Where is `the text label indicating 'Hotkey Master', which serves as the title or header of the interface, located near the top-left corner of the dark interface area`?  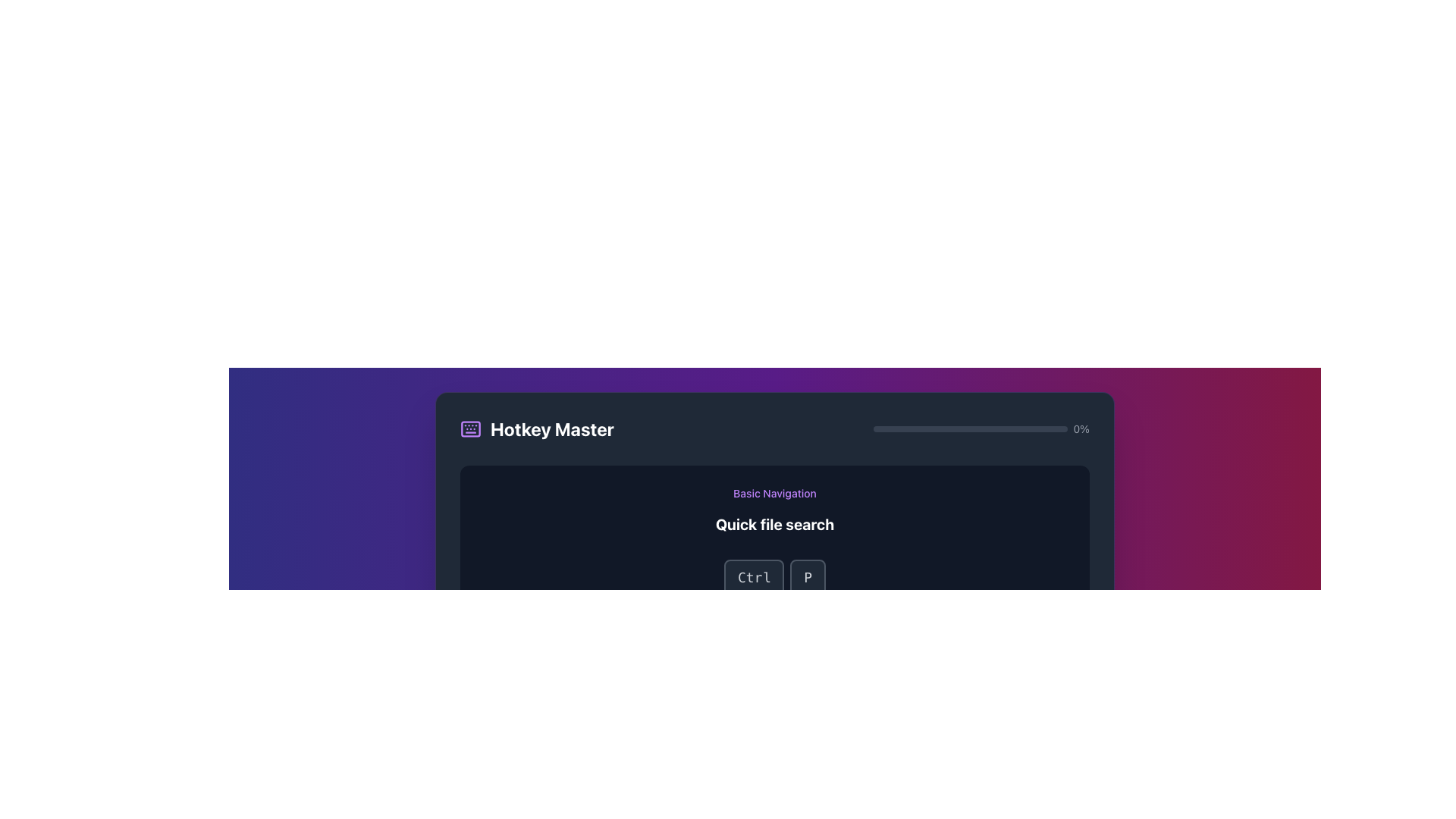
the text label indicating 'Hotkey Master', which serves as the title or header of the interface, located near the top-left corner of the dark interface area is located at coordinates (551, 429).